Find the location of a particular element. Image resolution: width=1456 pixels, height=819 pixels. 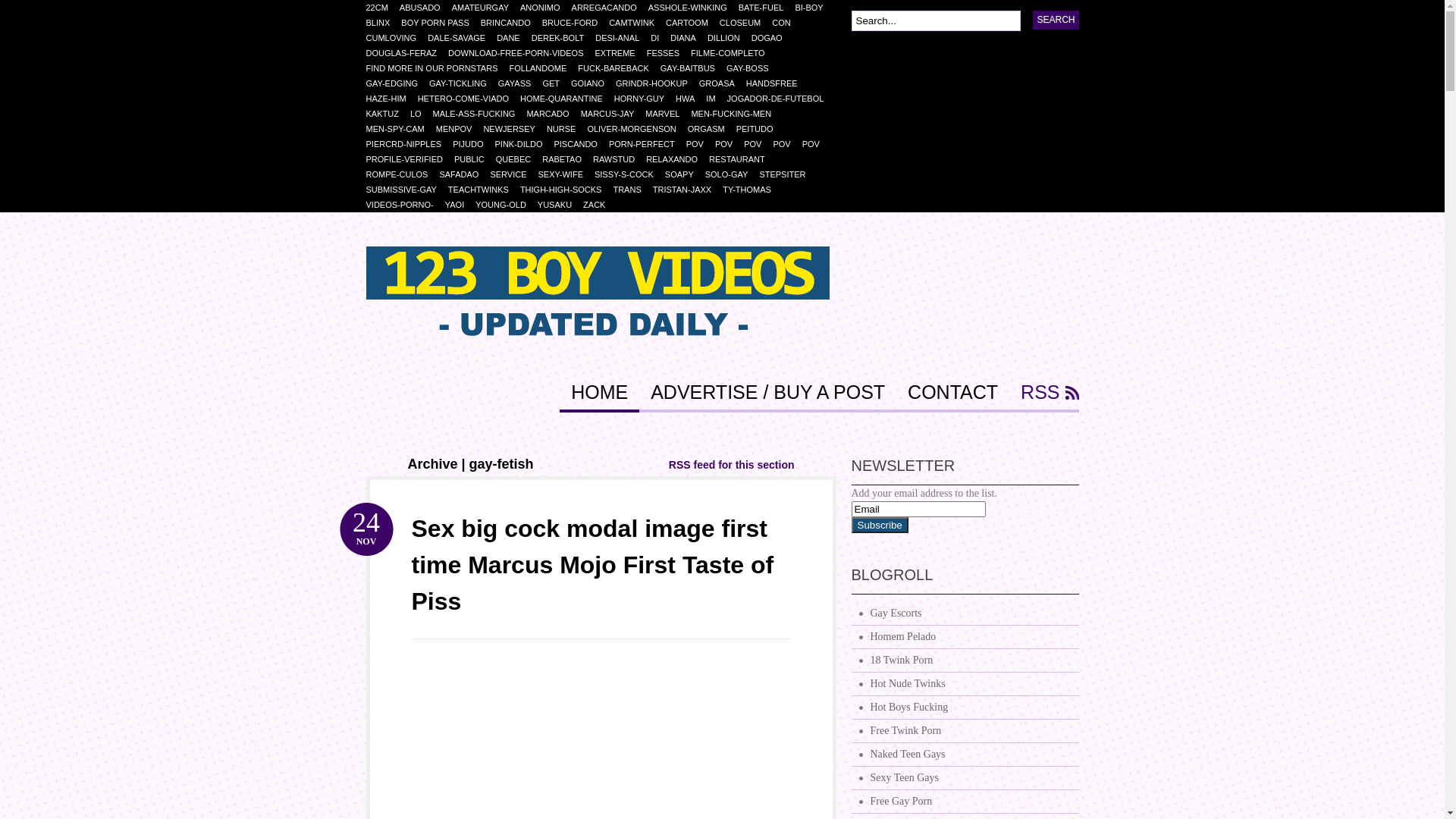

'GOIANO' is located at coordinates (592, 83).